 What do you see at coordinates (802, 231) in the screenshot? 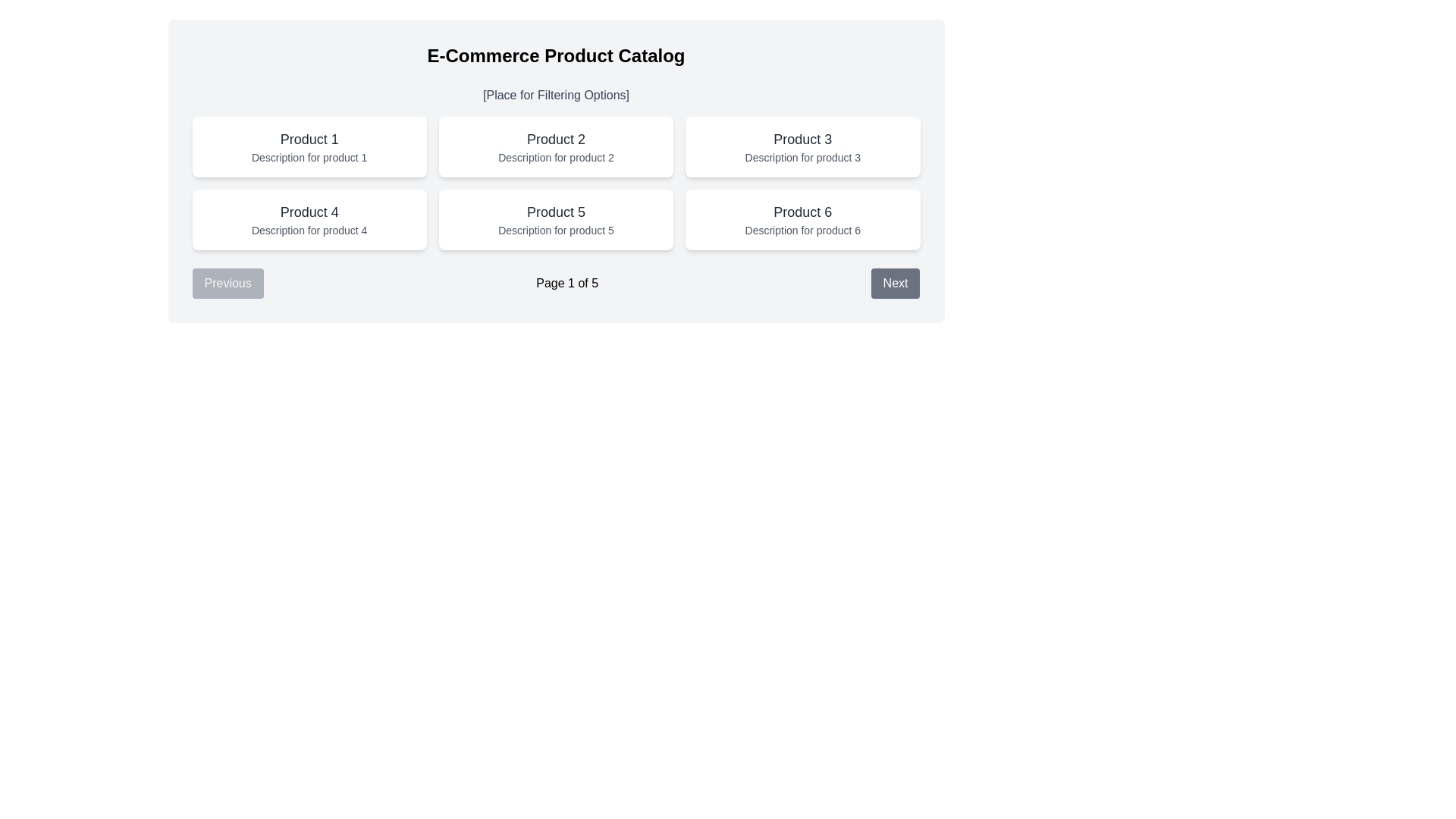
I see `the static text label providing supplementary information for Product 6, located directly underneath the title 'Product 6' in the bottom-right corner of the product grid` at bounding box center [802, 231].